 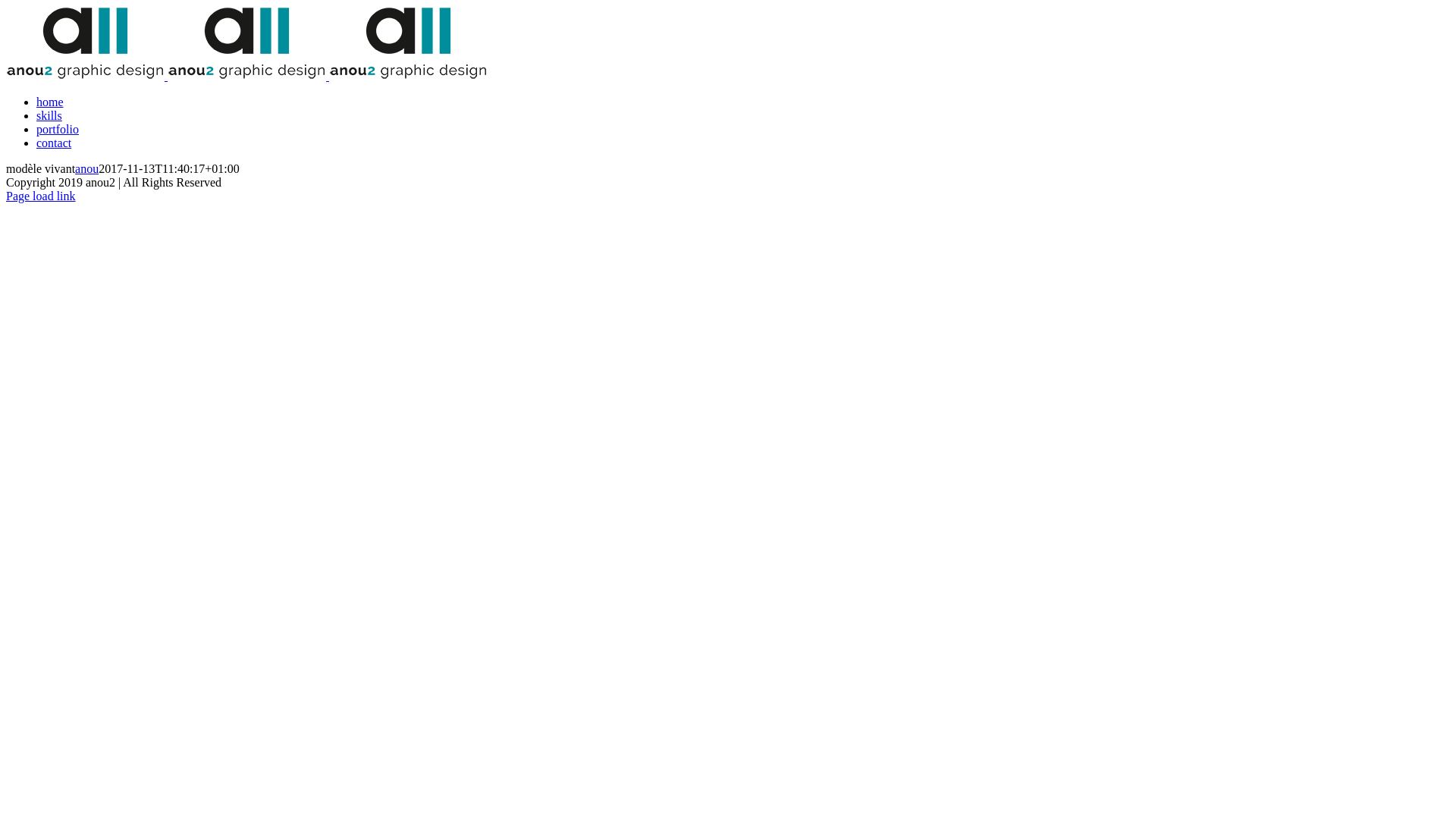 I want to click on 'skills', so click(x=49, y=115).